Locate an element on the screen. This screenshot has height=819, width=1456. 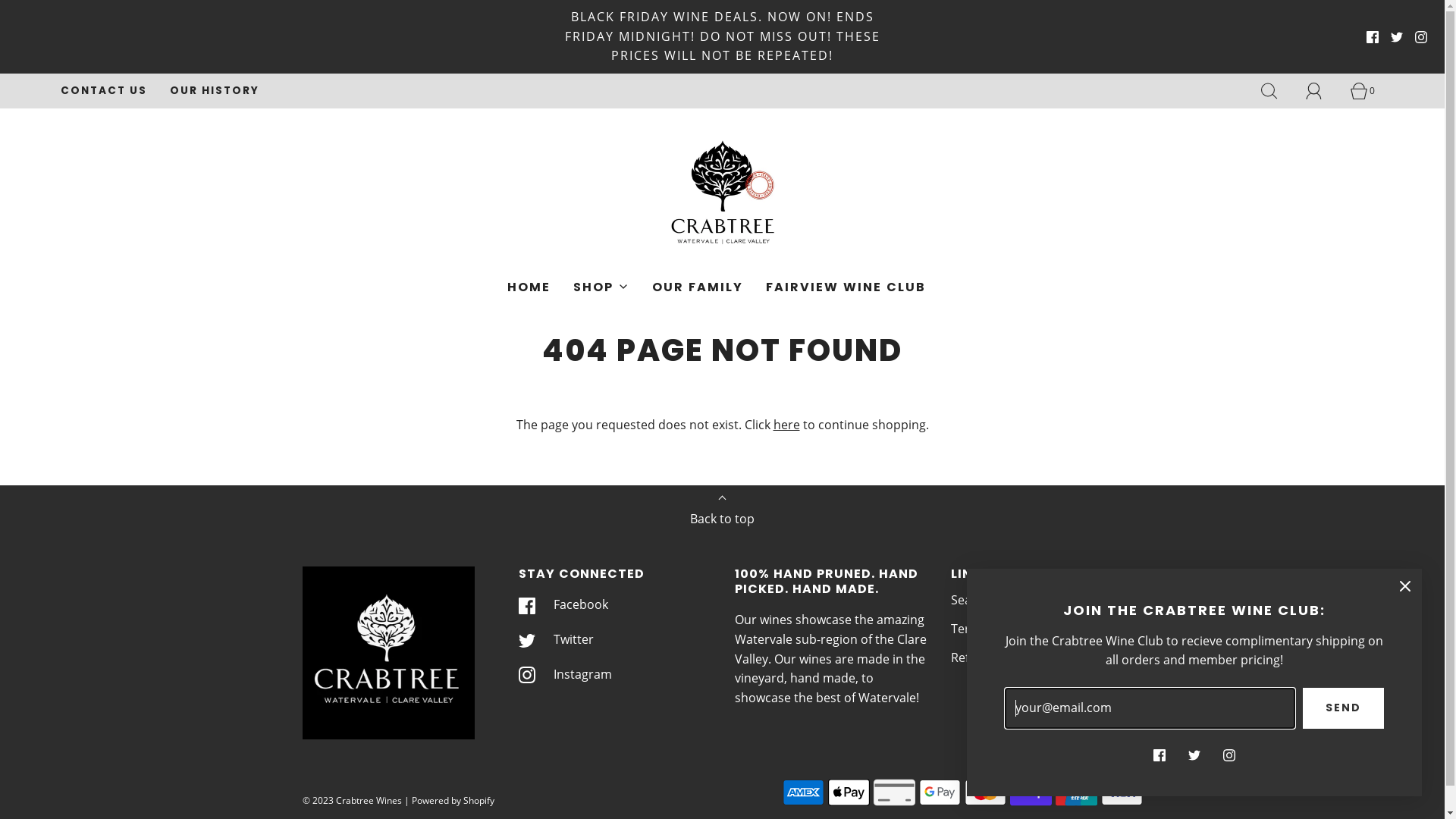
'Twitter icon Twitter' is located at coordinates (555, 640).